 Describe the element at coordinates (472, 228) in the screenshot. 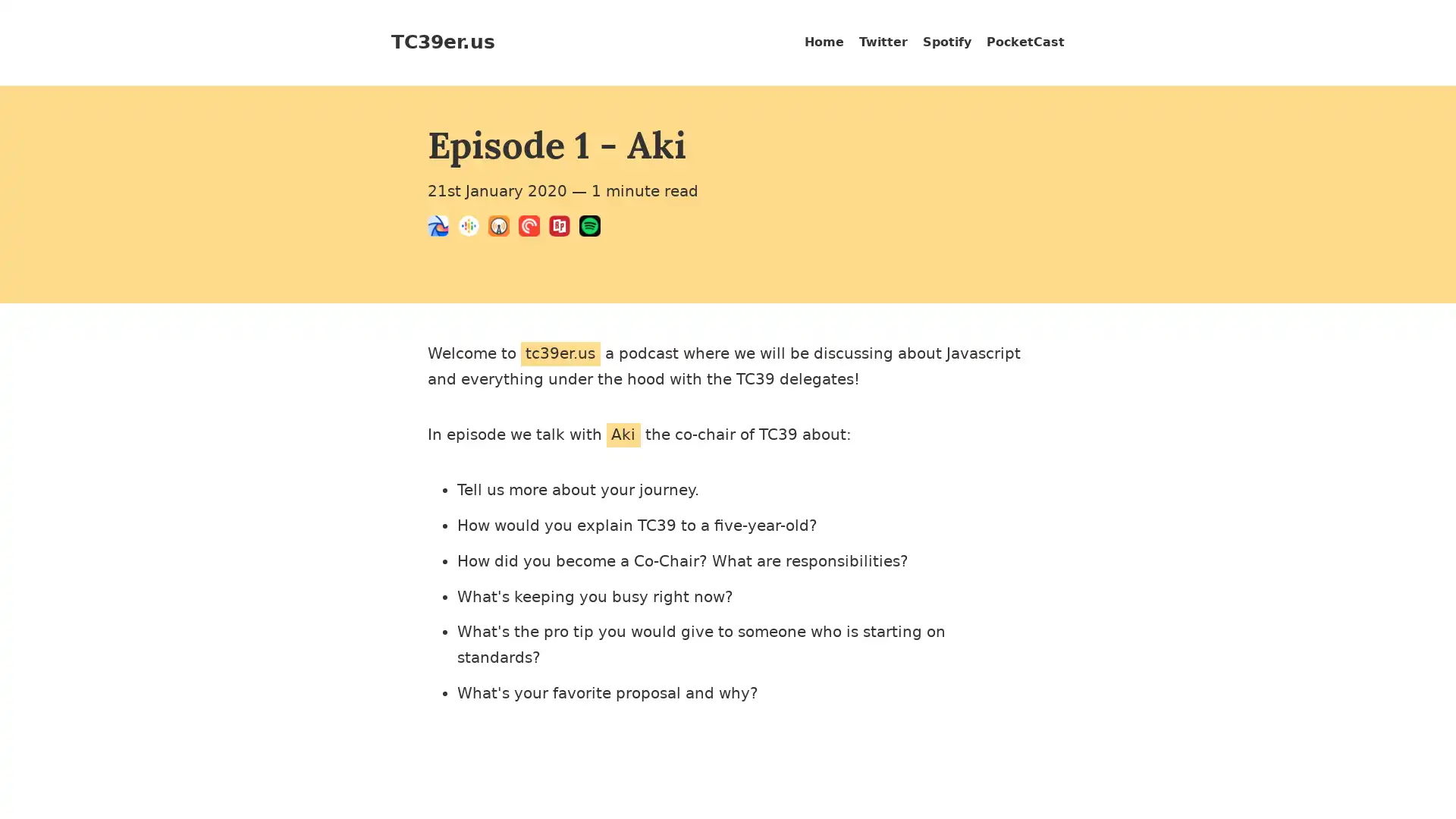

I see `Google Podcasts Logo` at that location.